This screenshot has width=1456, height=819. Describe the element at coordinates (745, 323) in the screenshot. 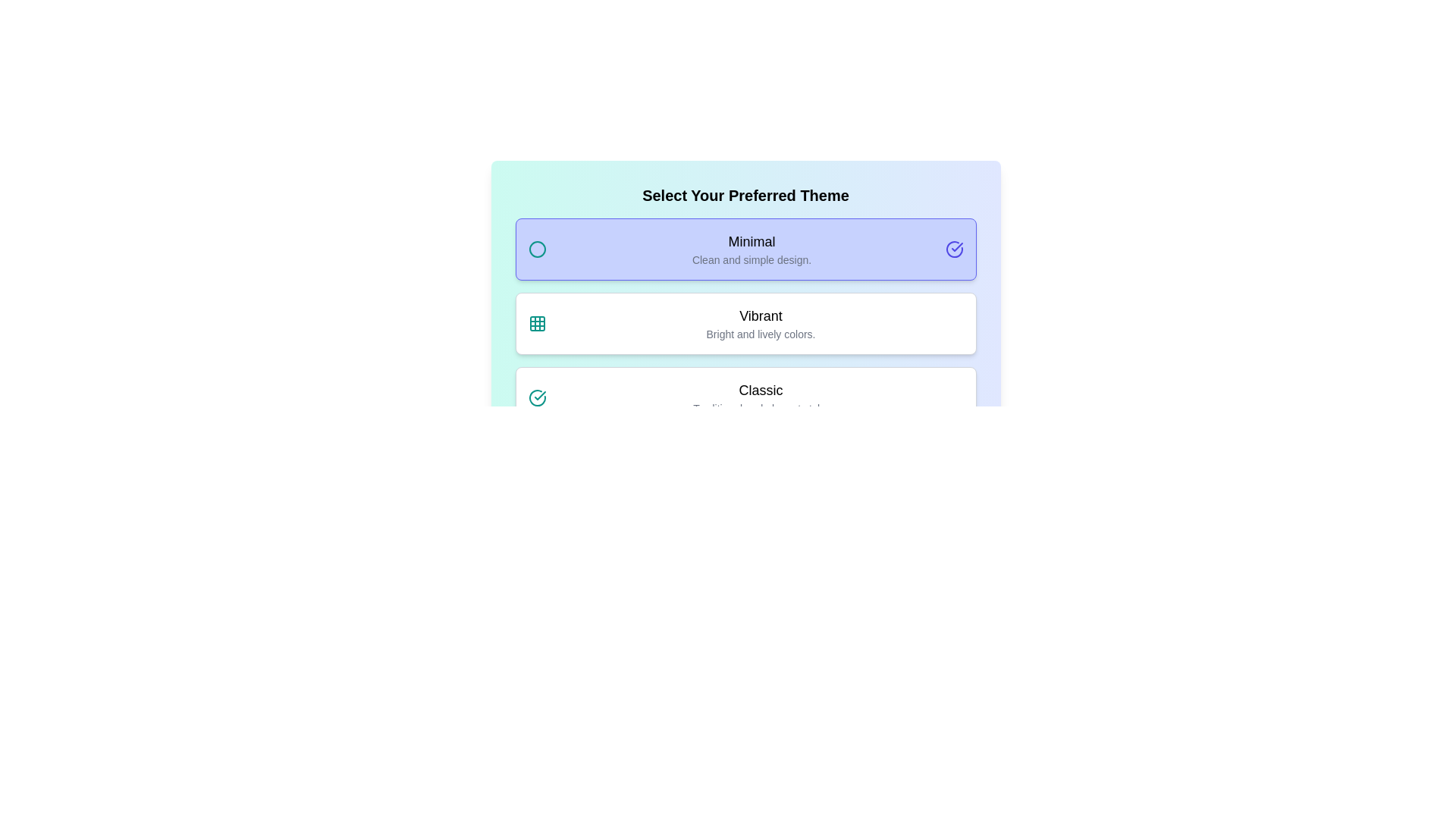

I see `the 'Vibrant' button with a white background and gray border for keyboard navigation` at that location.